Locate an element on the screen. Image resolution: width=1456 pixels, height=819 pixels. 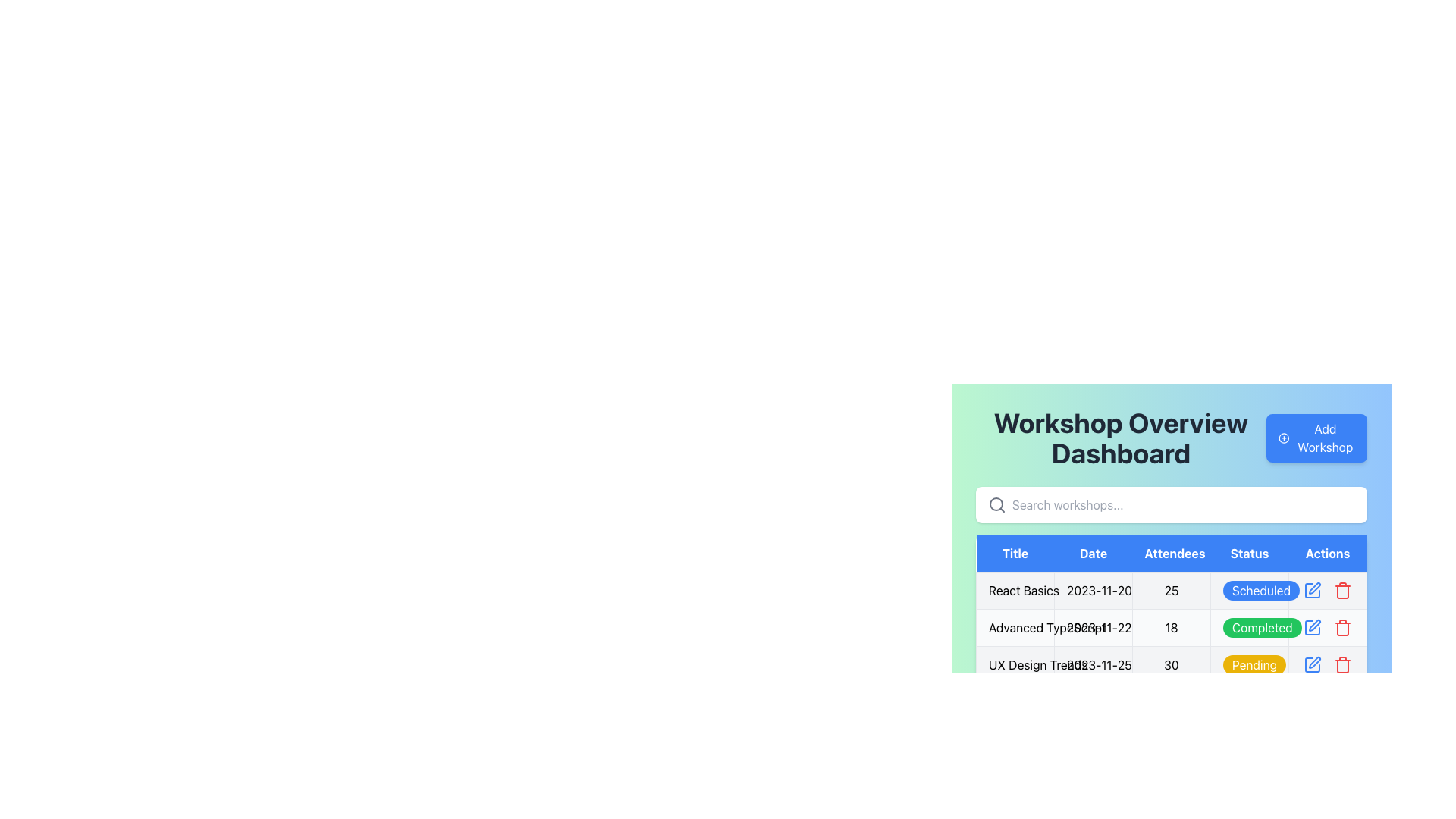
the Status indicator for the 'React Basics' workshop in the first row of the 'Workshop Overview Dashboard', which shows that the workshop is scheduled is located at coordinates (1249, 590).